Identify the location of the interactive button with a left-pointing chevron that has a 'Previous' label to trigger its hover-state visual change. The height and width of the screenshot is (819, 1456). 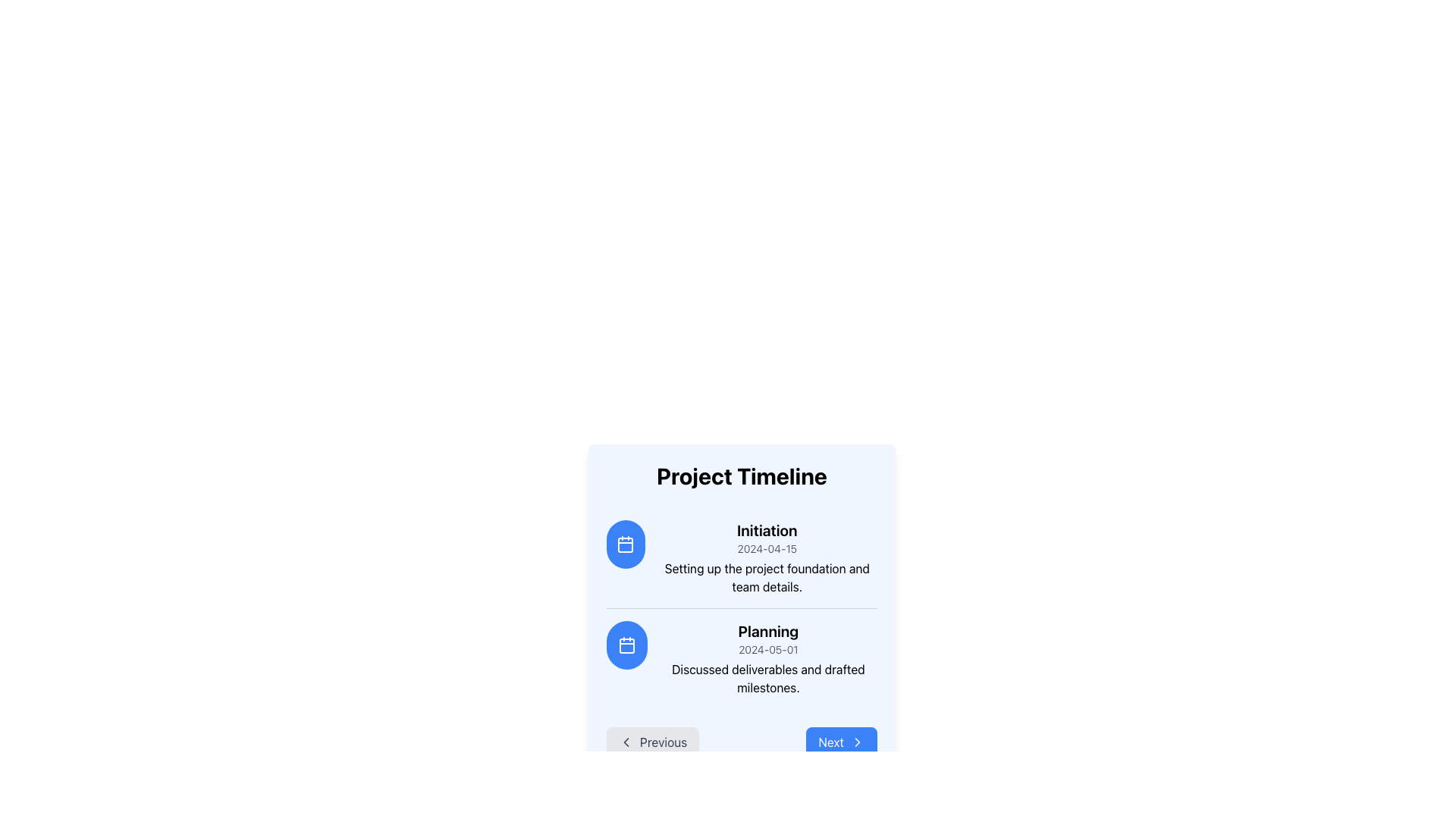
(626, 742).